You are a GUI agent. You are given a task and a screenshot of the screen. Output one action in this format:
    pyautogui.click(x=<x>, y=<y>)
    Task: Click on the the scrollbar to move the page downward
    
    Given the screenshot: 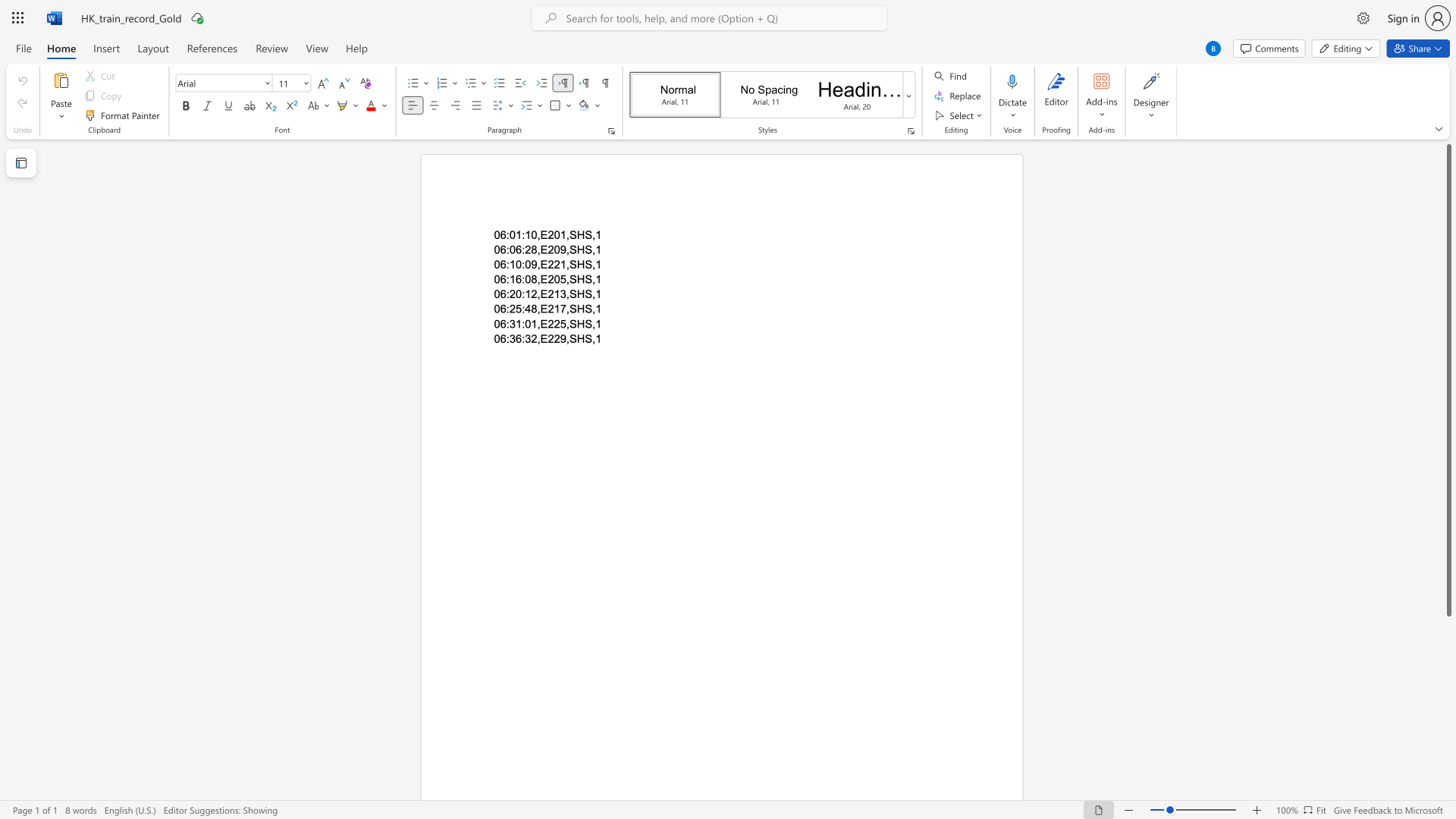 What is the action you would take?
    pyautogui.click(x=1448, y=751)
    